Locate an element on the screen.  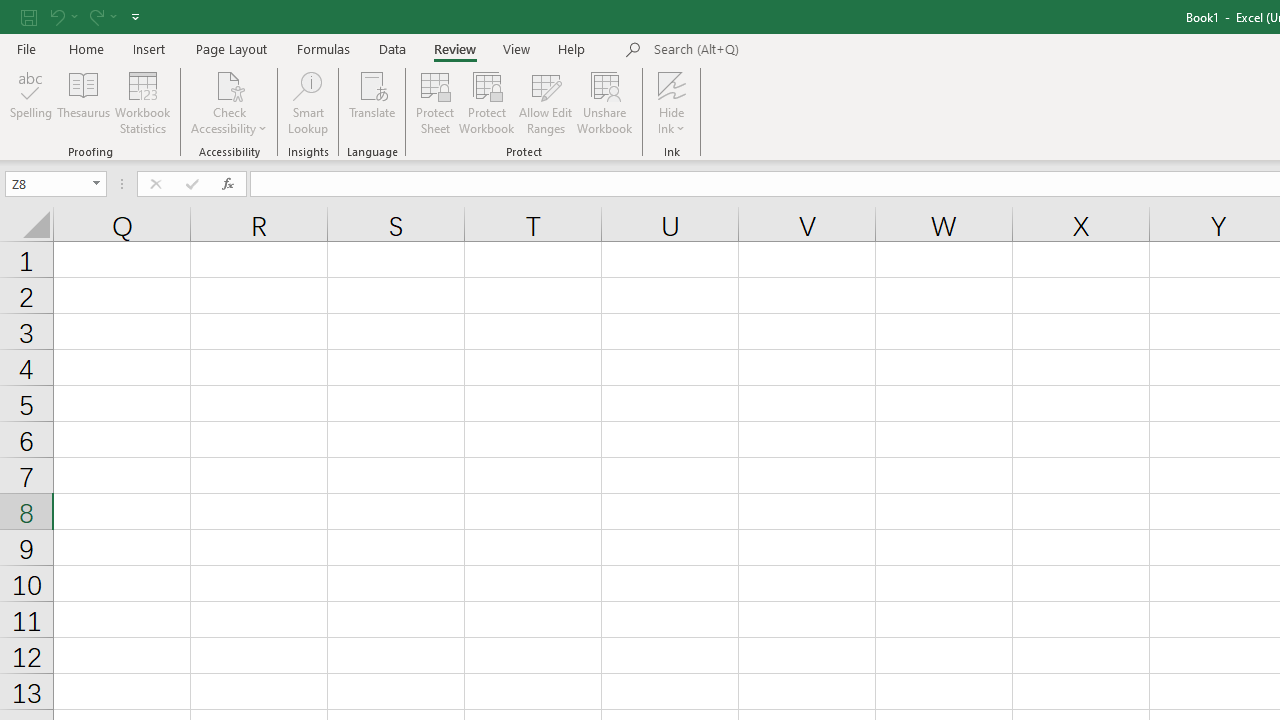
'Help' is located at coordinates (571, 48).